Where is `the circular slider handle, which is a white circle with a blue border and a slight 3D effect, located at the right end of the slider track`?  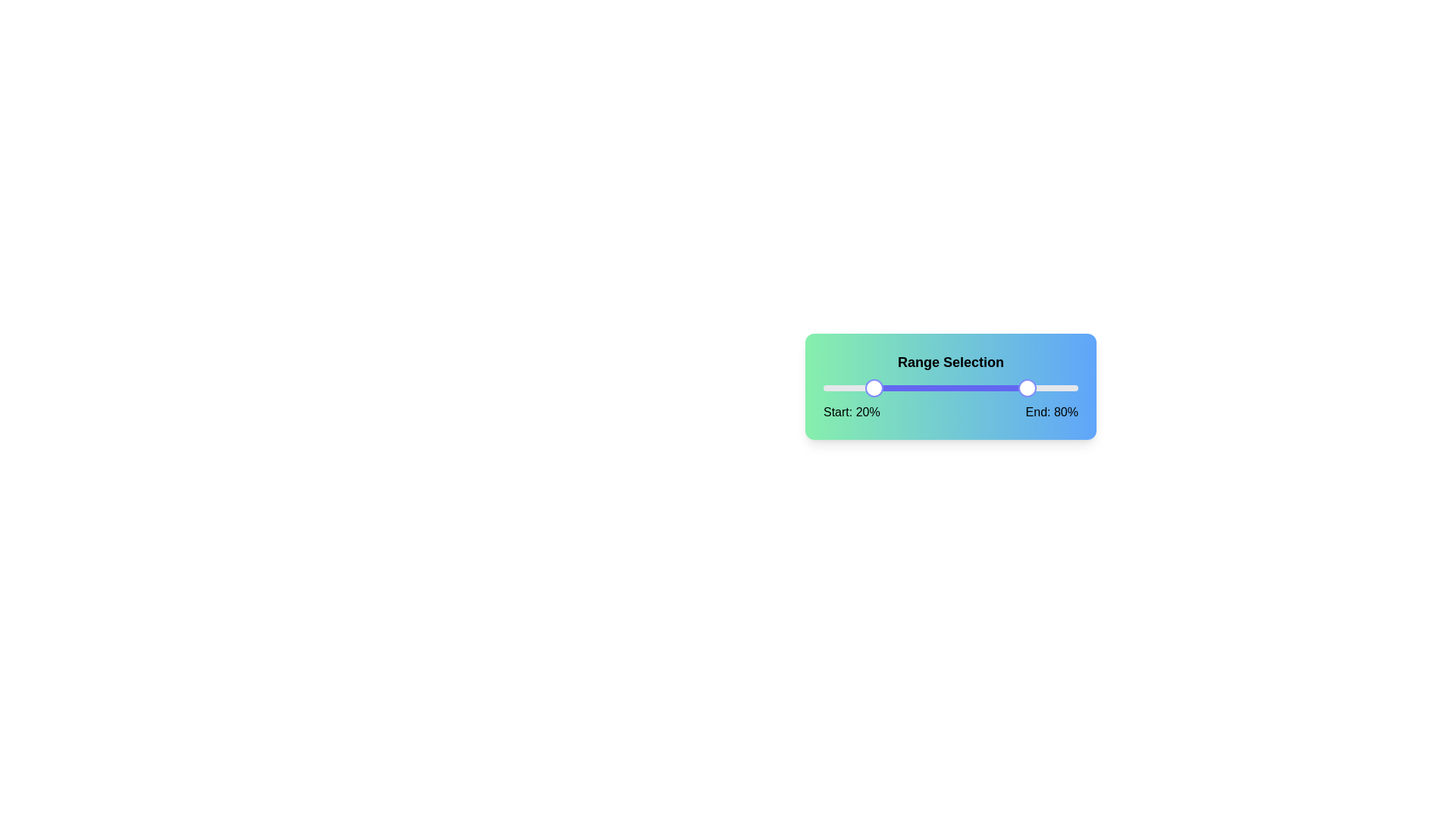 the circular slider handle, which is a white circle with a blue border and a slight 3D effect, located at the right end of the slider track is located at coordinates (1027, 388).